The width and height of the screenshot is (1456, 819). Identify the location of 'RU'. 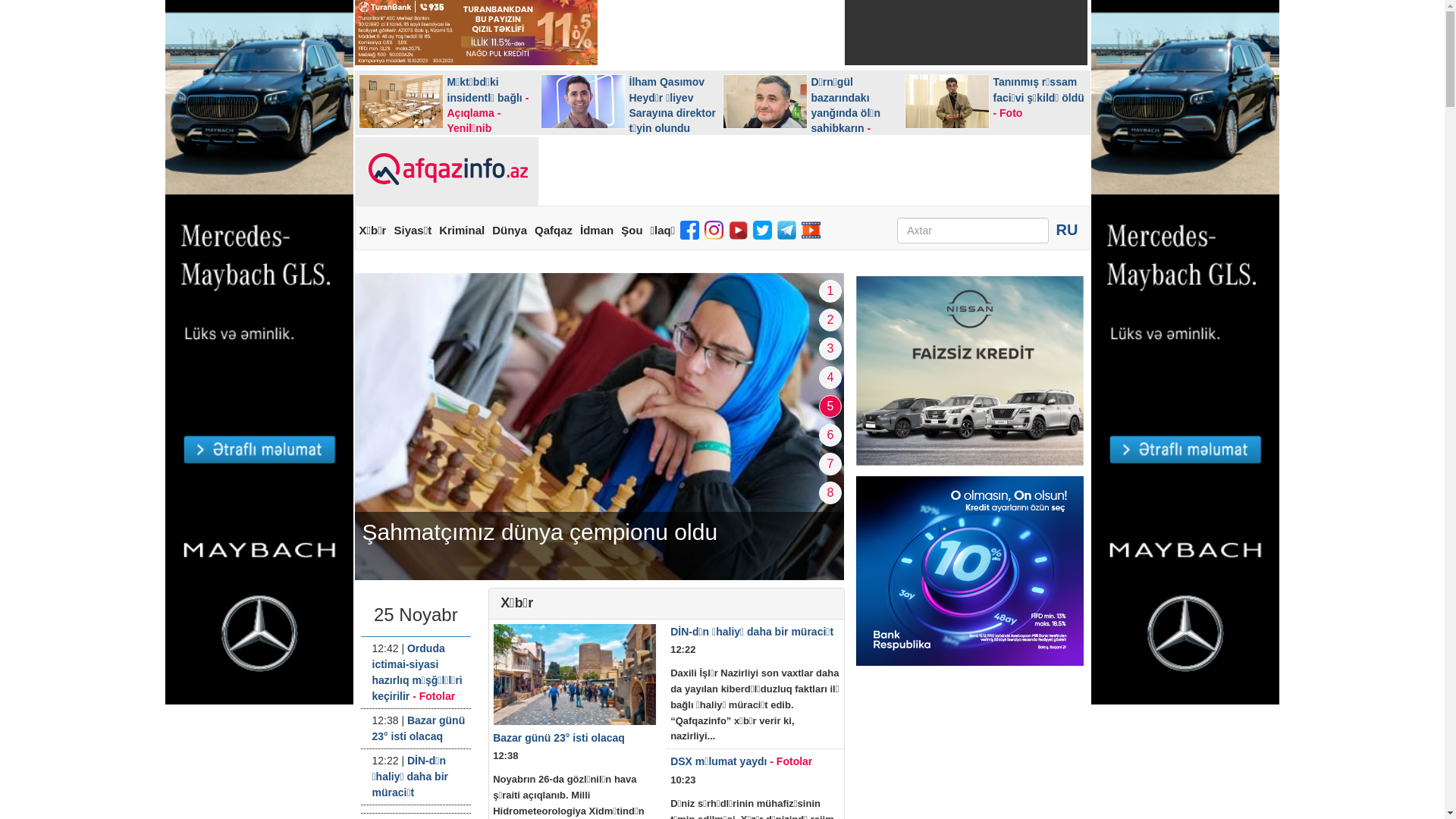
(1066, 230).